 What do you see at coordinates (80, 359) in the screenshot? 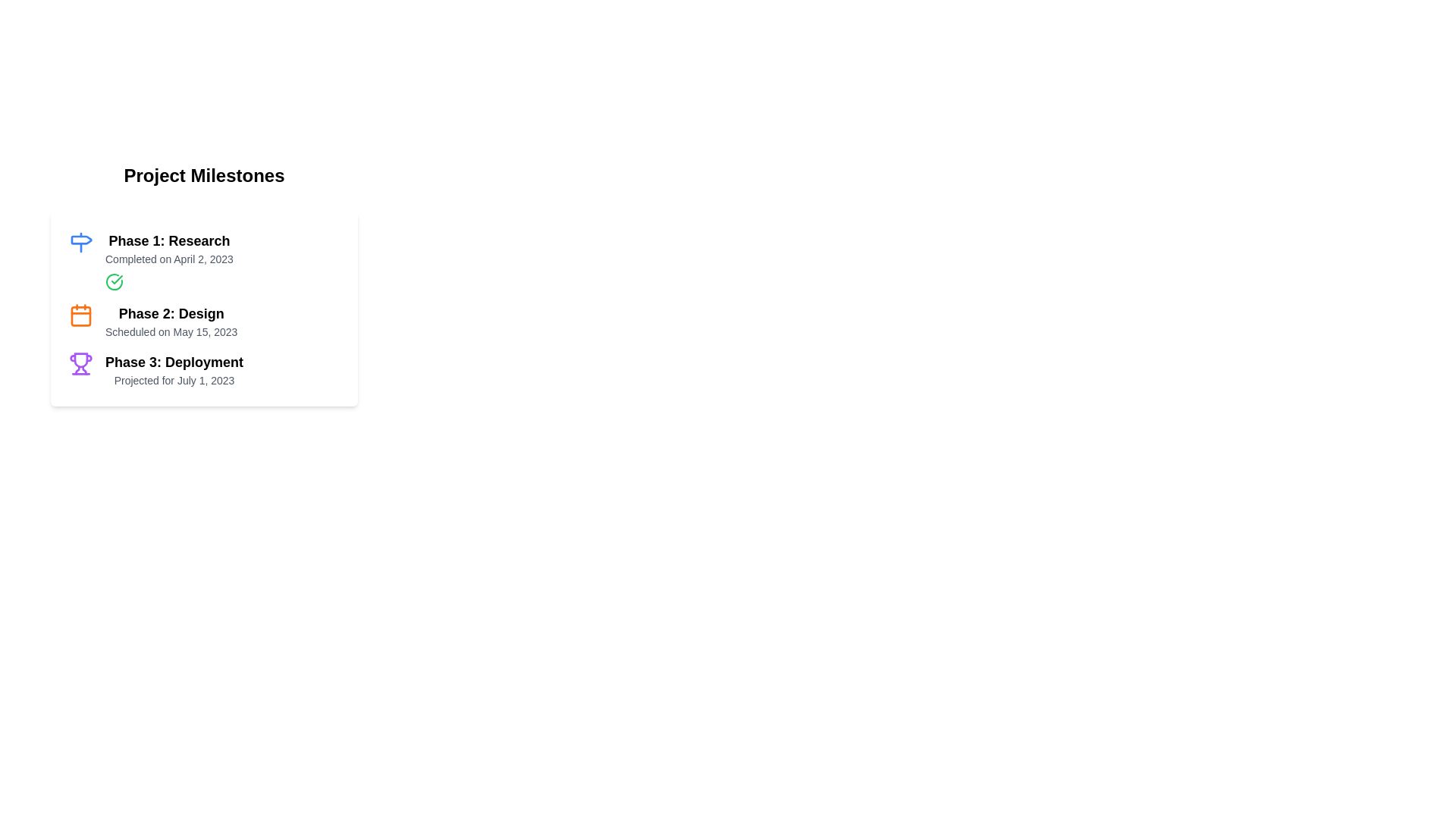
I see `the central graphical icon segment indicating the achievement milestone in the 'Phase 3: Deployment' list item` at bounding box center [80, 359].